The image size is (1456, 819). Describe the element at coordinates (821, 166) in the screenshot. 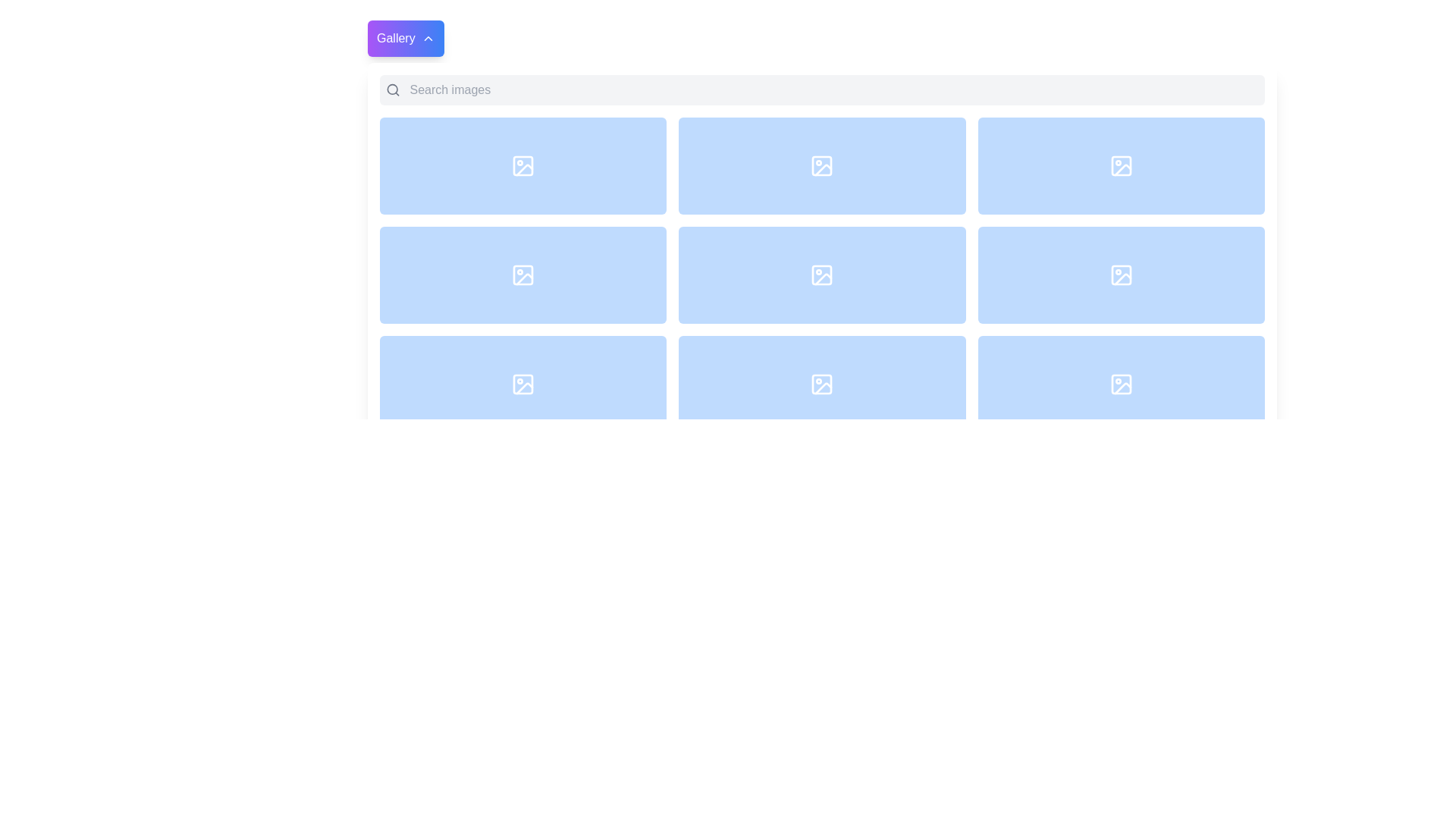

I see `the decorative or structural part of the icon located in the second row, third column of the grid layout` at that location.